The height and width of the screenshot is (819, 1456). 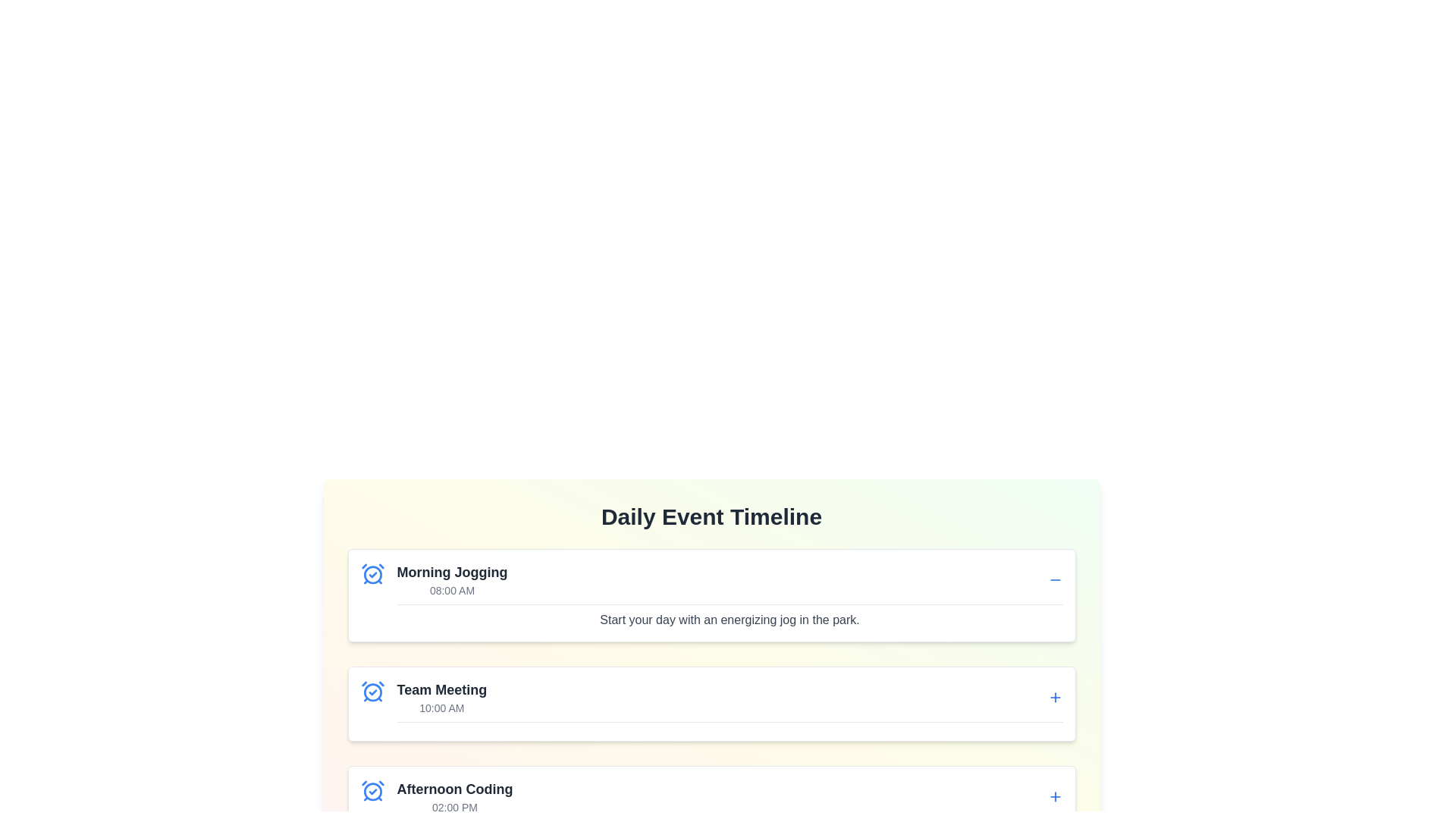 What do you see at coordinates (372, 692) in the screenshot?
I see `the central circular part of the clock icon located in the 'Team Meeting' section of the timeline interface` at bounding box center [372, 692].